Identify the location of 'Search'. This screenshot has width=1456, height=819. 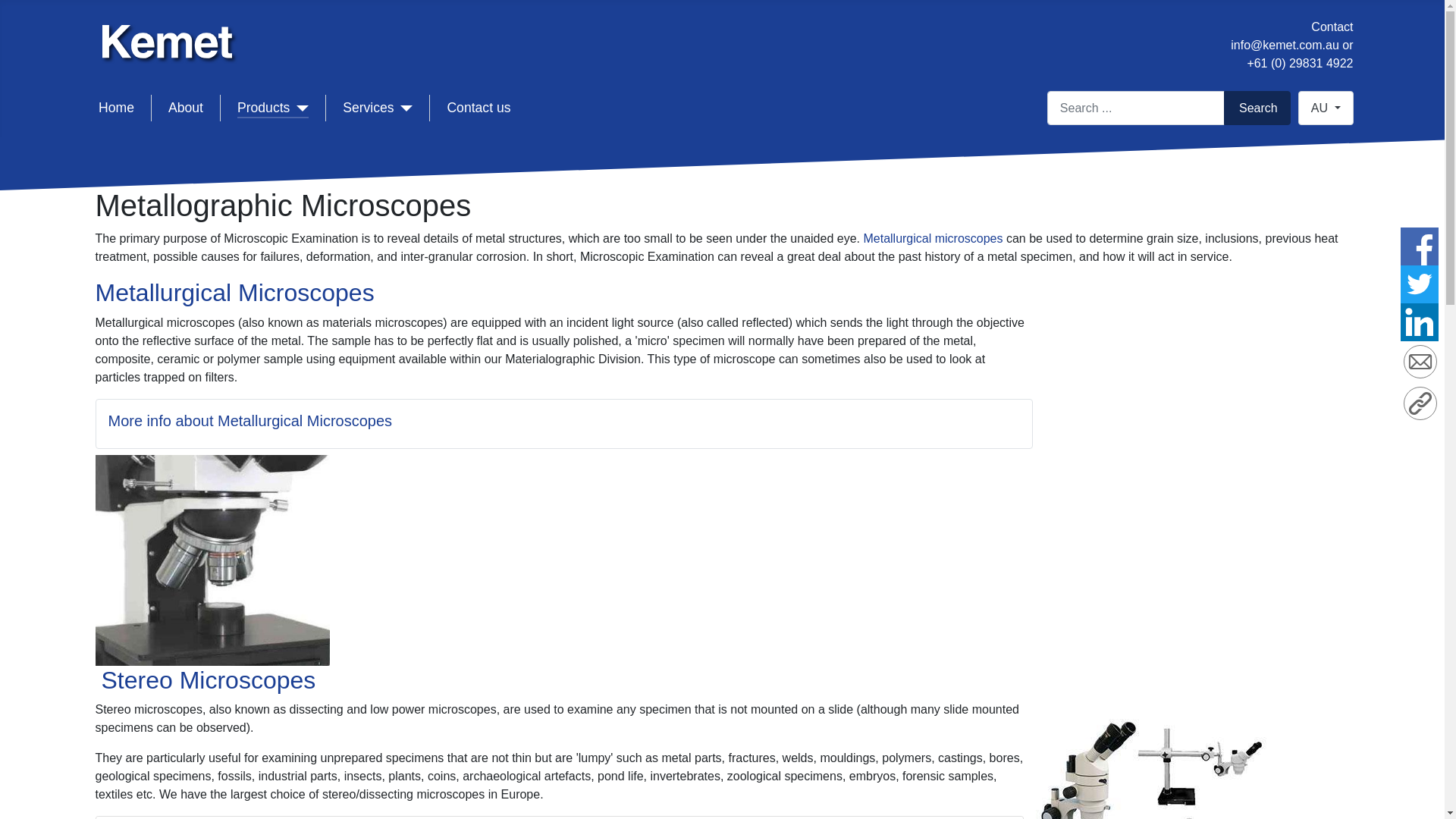
(1257, 107).